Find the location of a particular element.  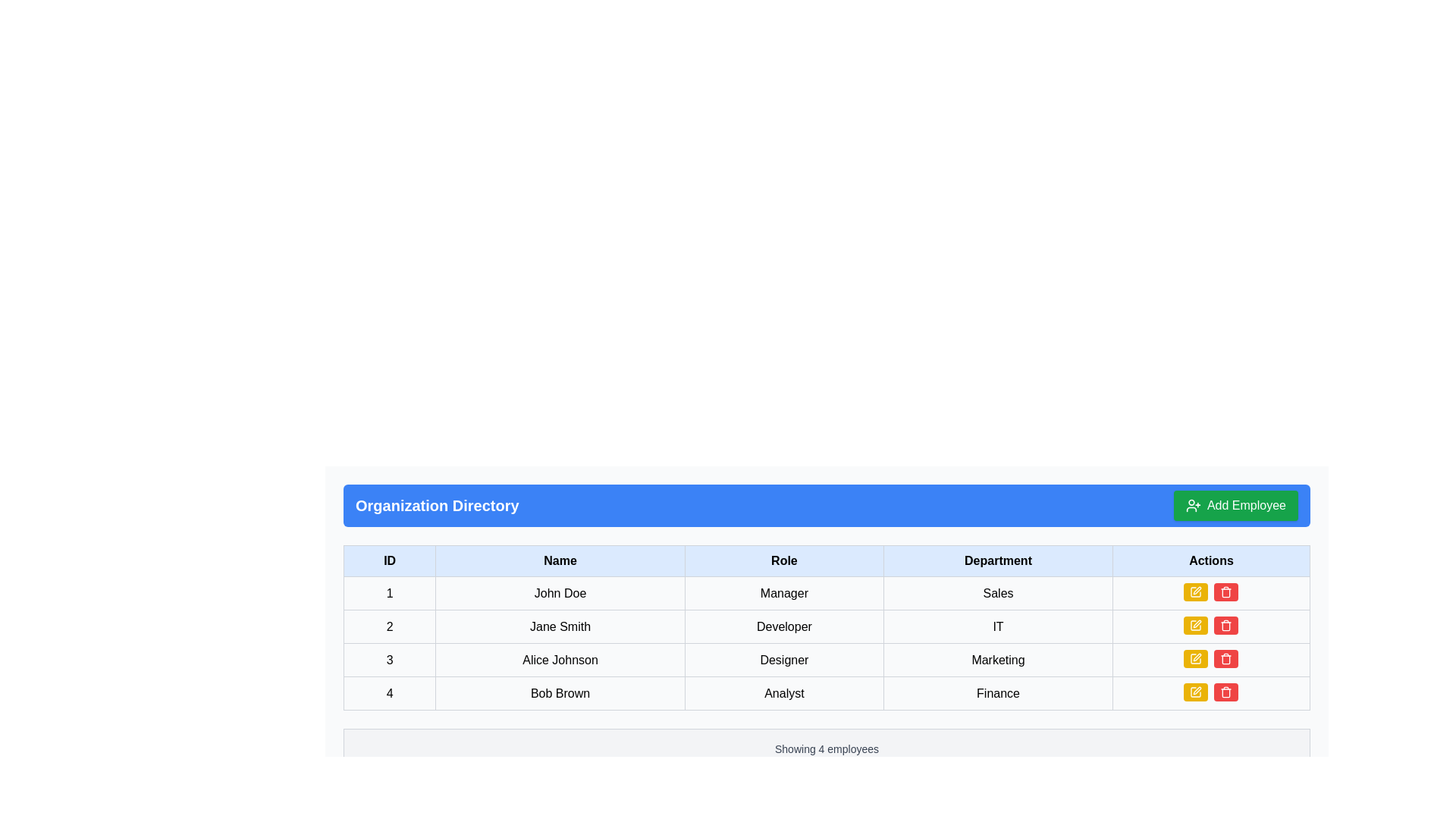

the first cell in the third row of the table that contains the text '3', which is styled minimally with a light gray border is located at coordinates (390, 659).